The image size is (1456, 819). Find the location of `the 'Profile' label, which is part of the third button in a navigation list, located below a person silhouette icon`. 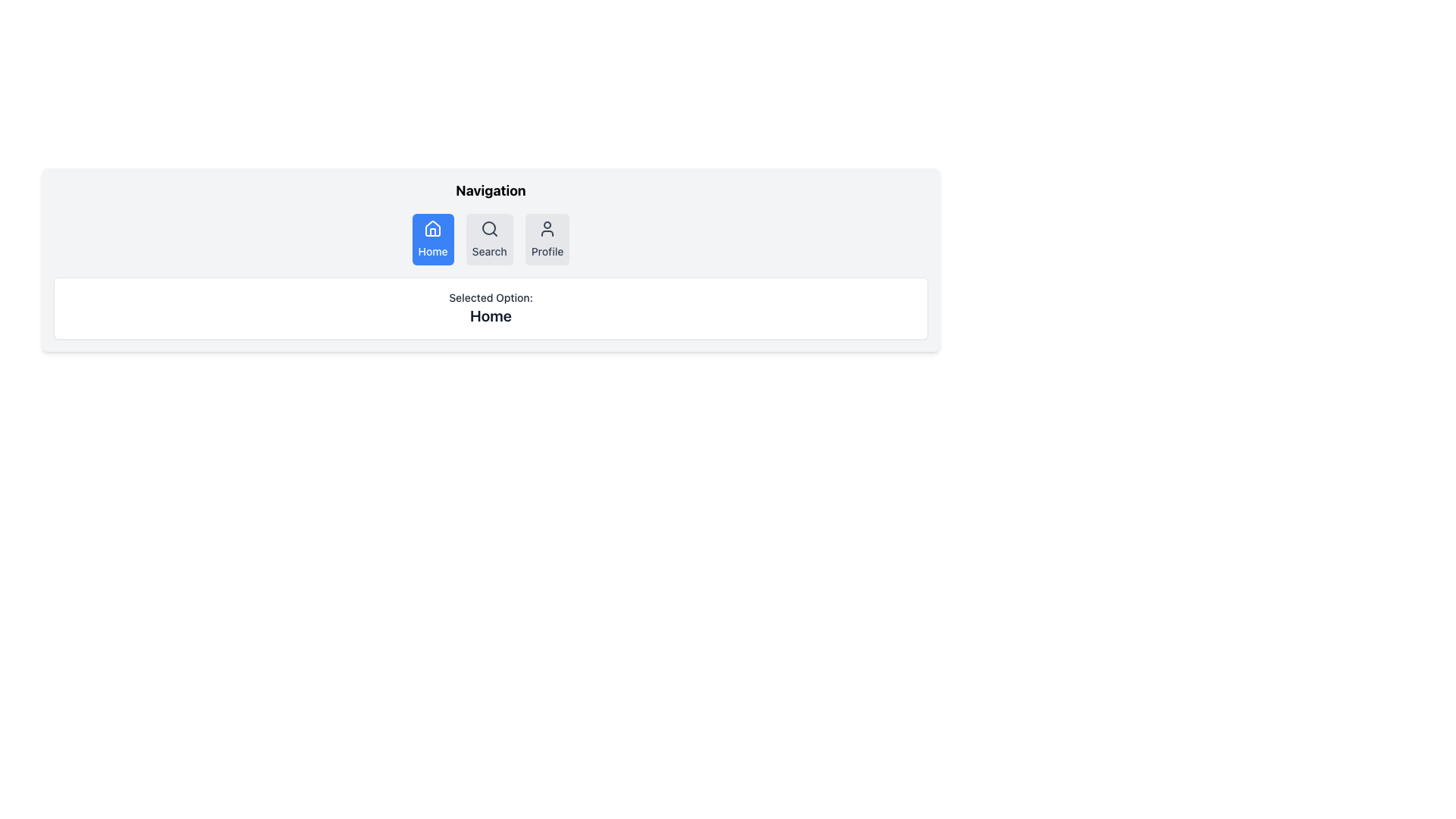

the 'Profile' label, which is part of the third button in a navigation list, located below a person silhouette icon is located at coordinates (547, 250).